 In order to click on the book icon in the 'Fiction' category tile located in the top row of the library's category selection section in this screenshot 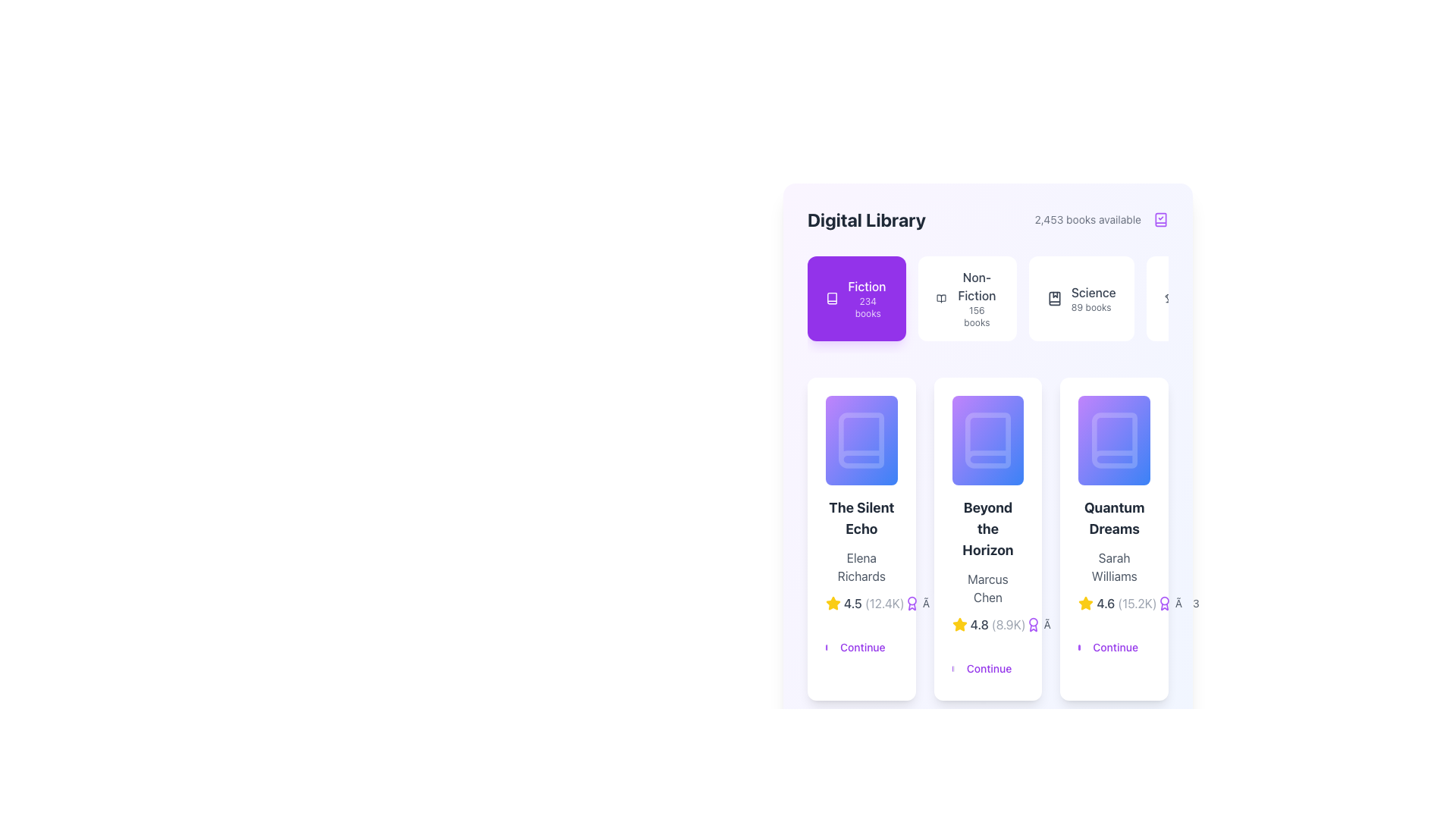, I will do `click(831, 298)`.